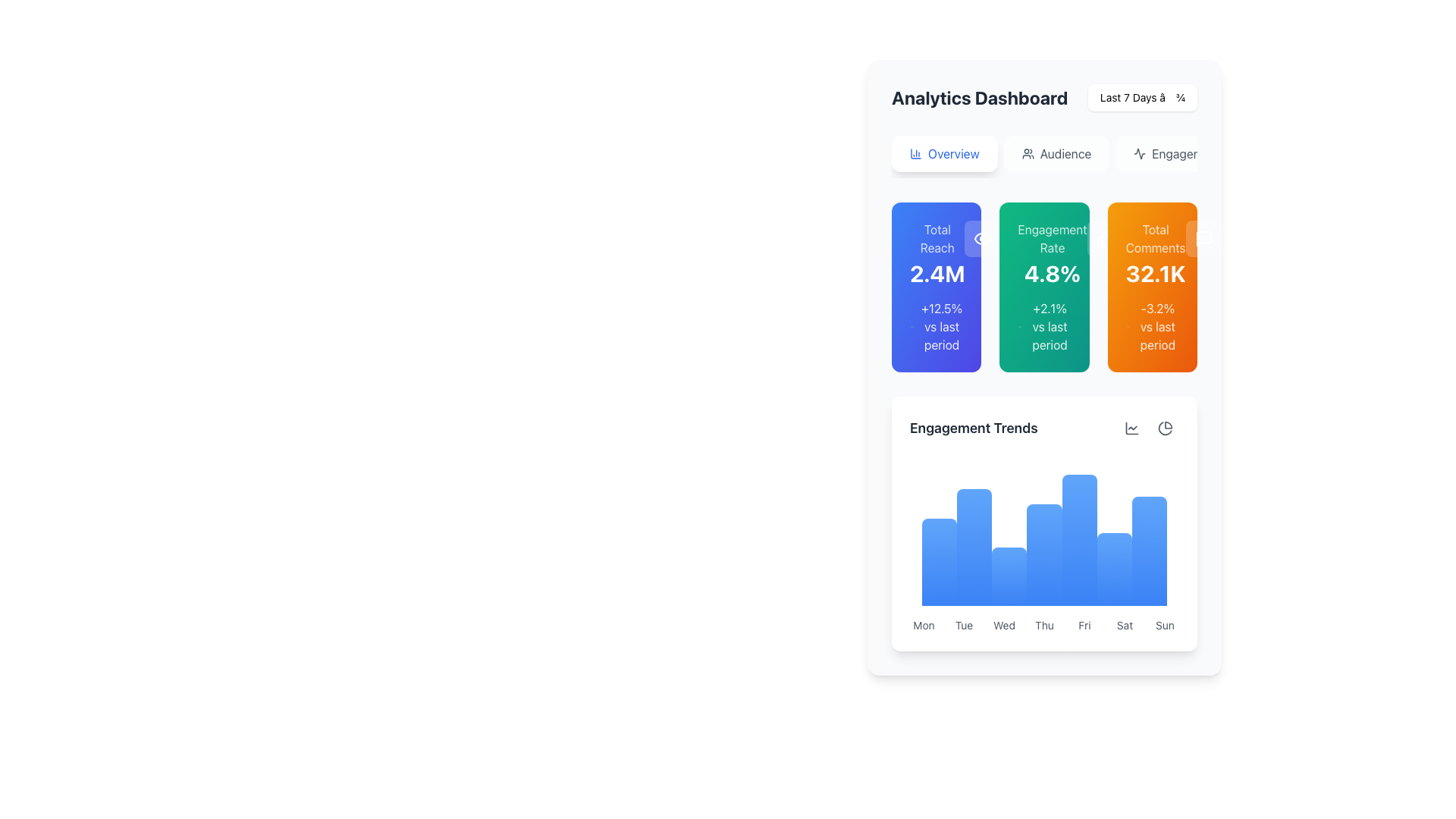 Image resolution: width=1456 pixels, height=819 pixels. What do you see at coordinates (1149, 551) in the screenshot?
I see `the seventh bar from the left` at bounding box center [1149, 551].